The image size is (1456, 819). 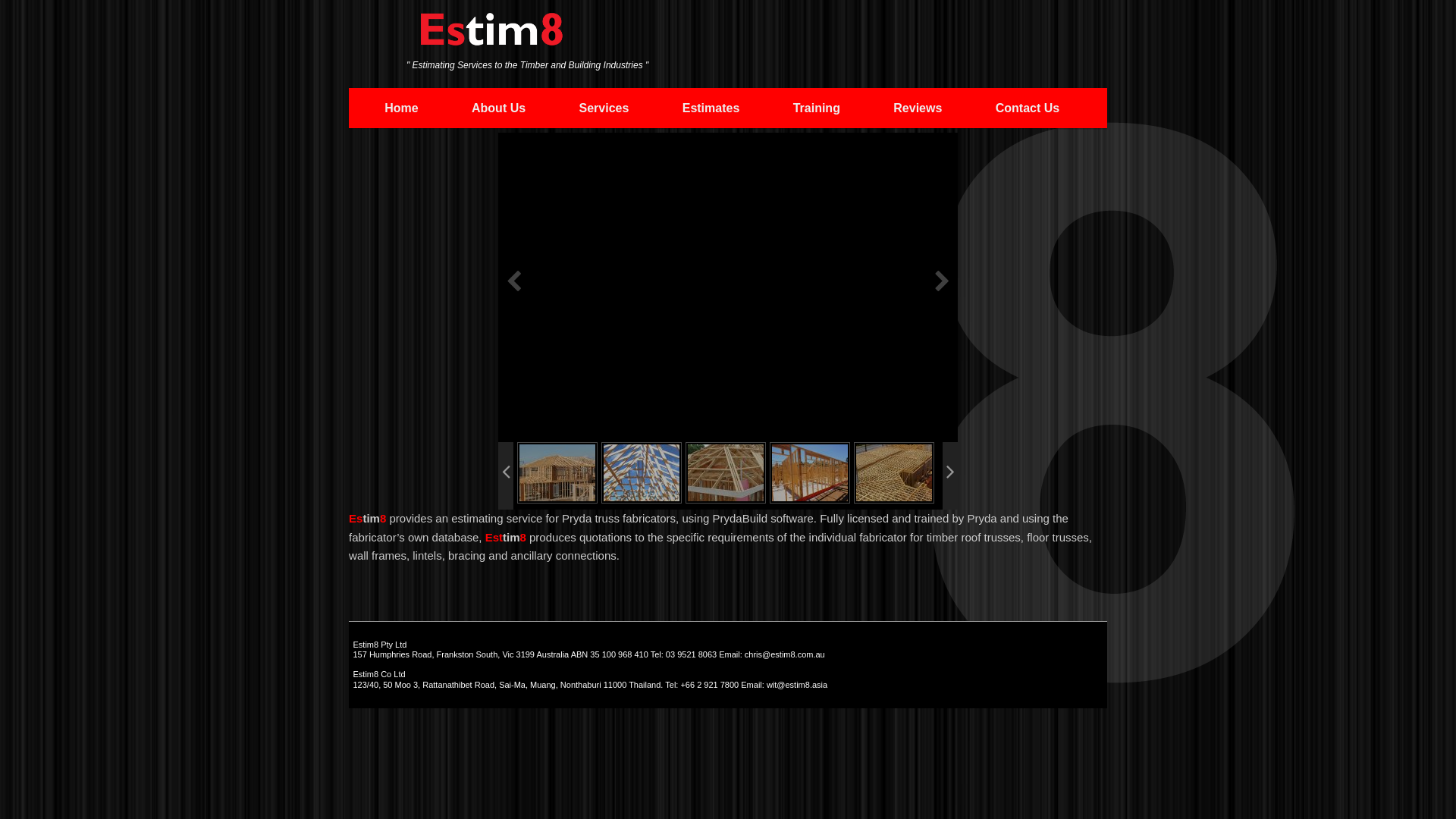 What do you see at coordinates (444, 107) in the screenshot?
I see `'About Us'` at bounding box center [444, 107].